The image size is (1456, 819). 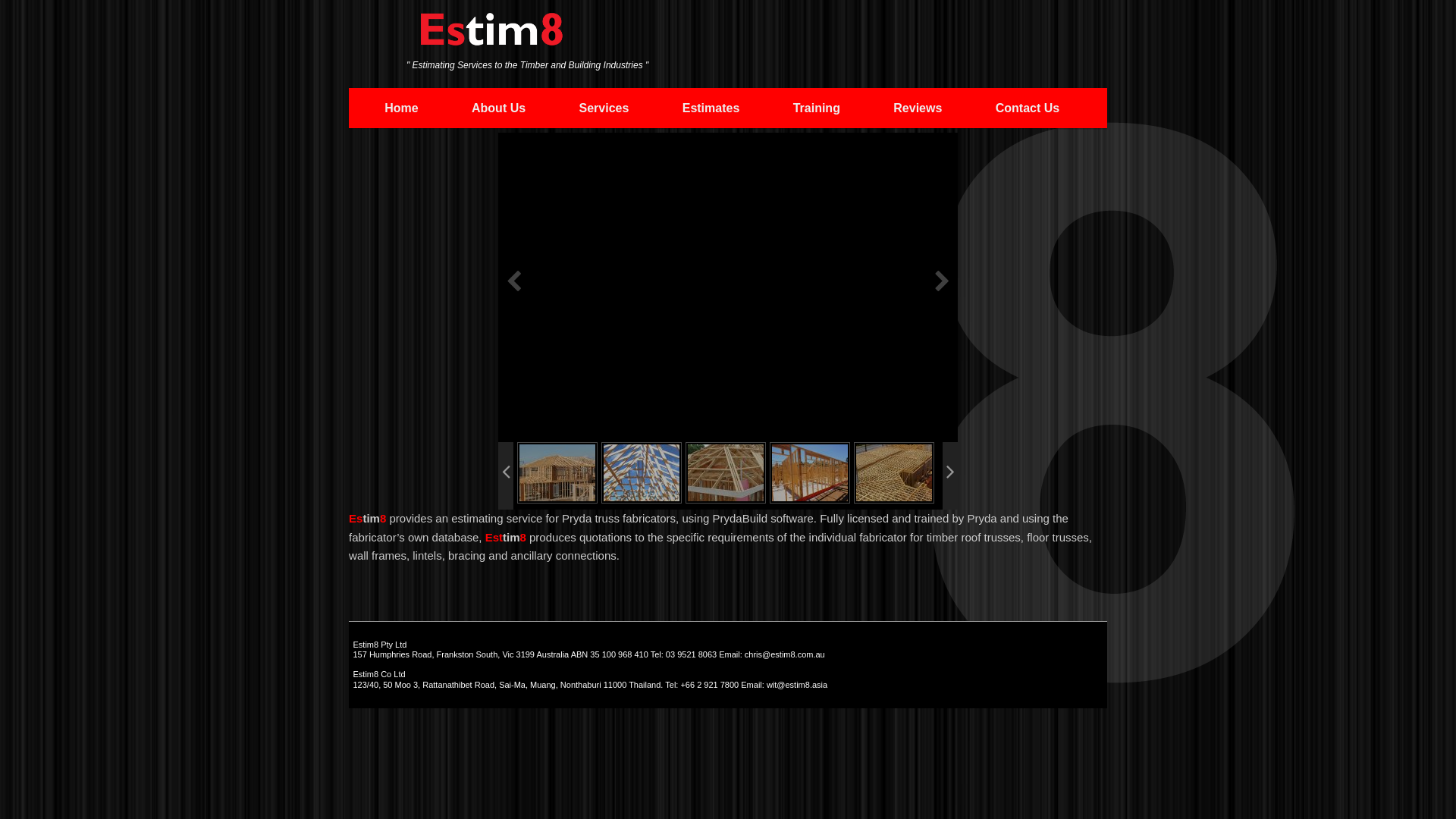 What do you see at coordinates (444, 107) in the screenshot?
I see `'About Us'` at bounding box center [444, 107].